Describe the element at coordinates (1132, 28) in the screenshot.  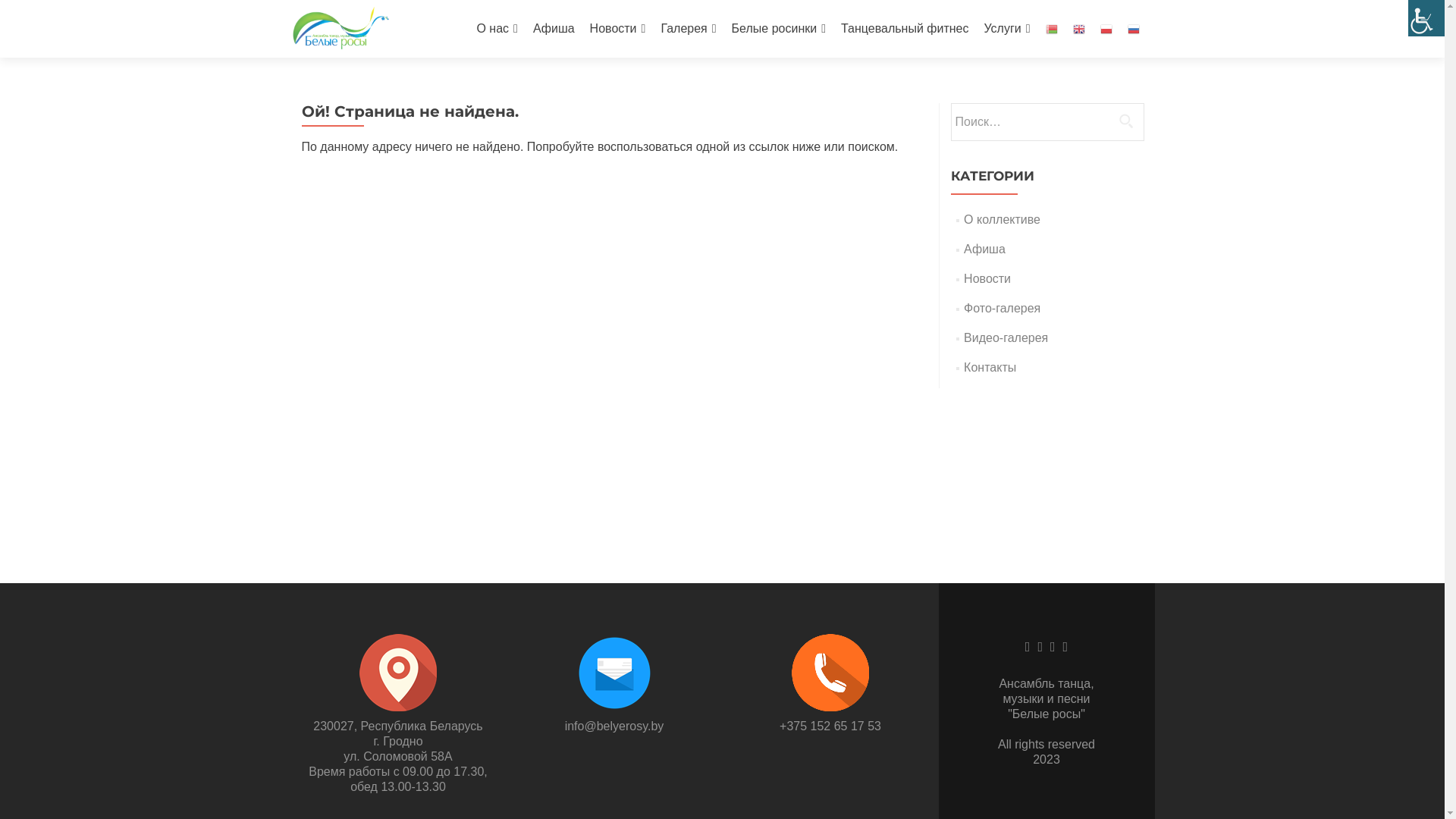
I see `'Russian'` at that location.